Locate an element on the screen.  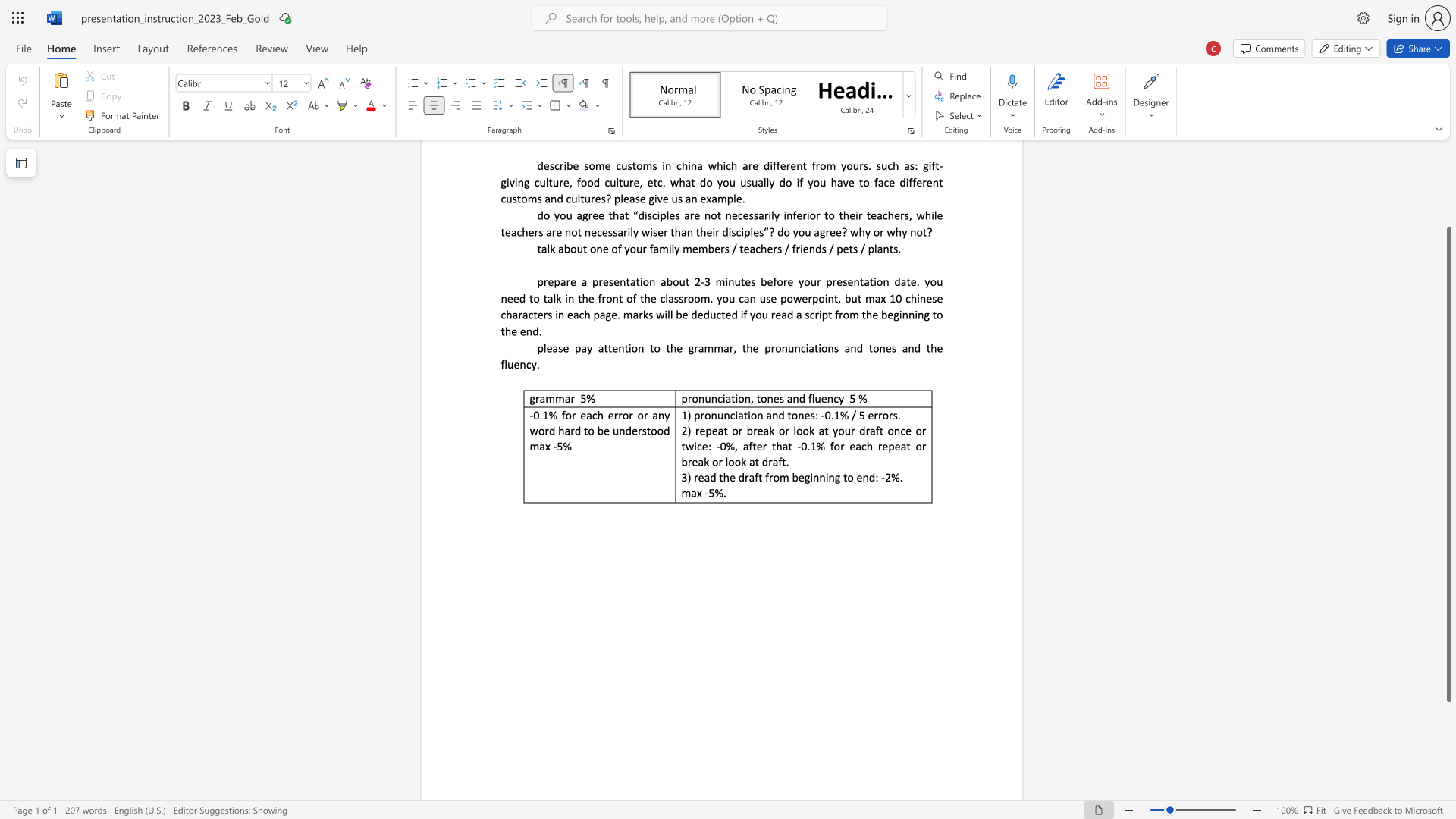
the scrollbar to adjust the page upward is located at coordinates (1448, 158).